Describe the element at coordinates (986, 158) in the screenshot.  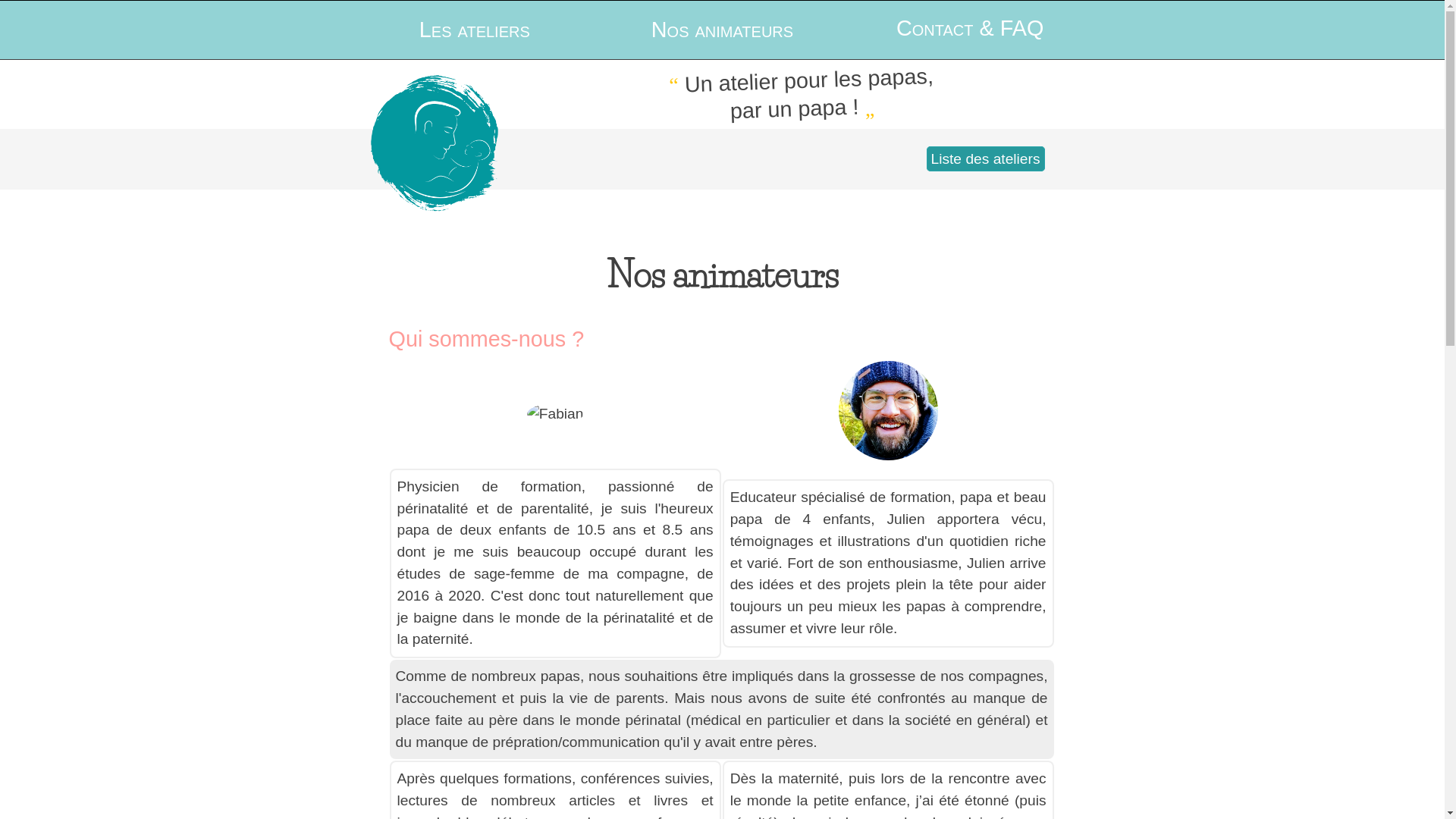
I see `'Liste des ateliers'` at that location.